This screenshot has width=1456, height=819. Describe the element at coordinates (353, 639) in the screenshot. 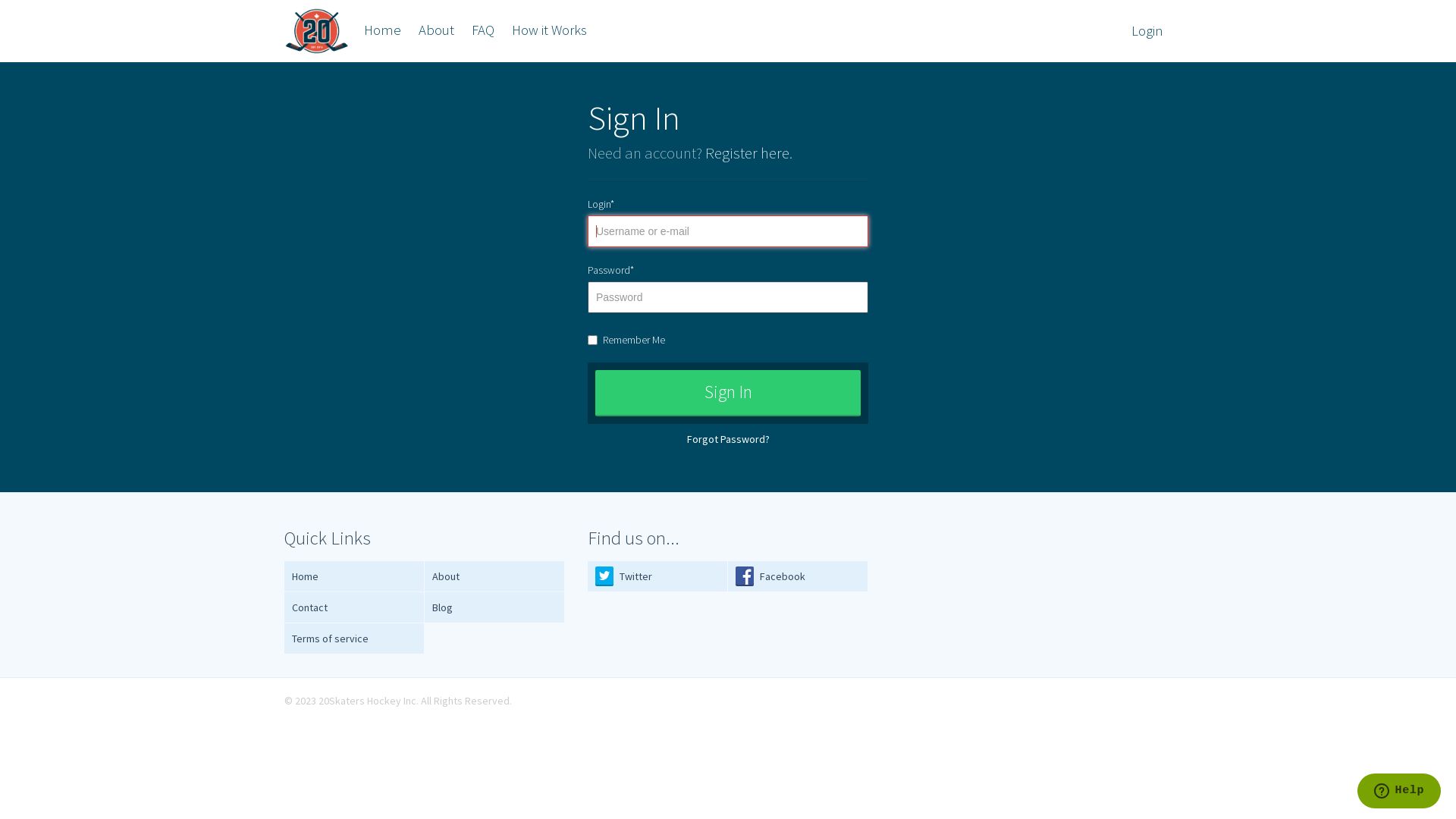

I see `'Terms of service'` at that location.